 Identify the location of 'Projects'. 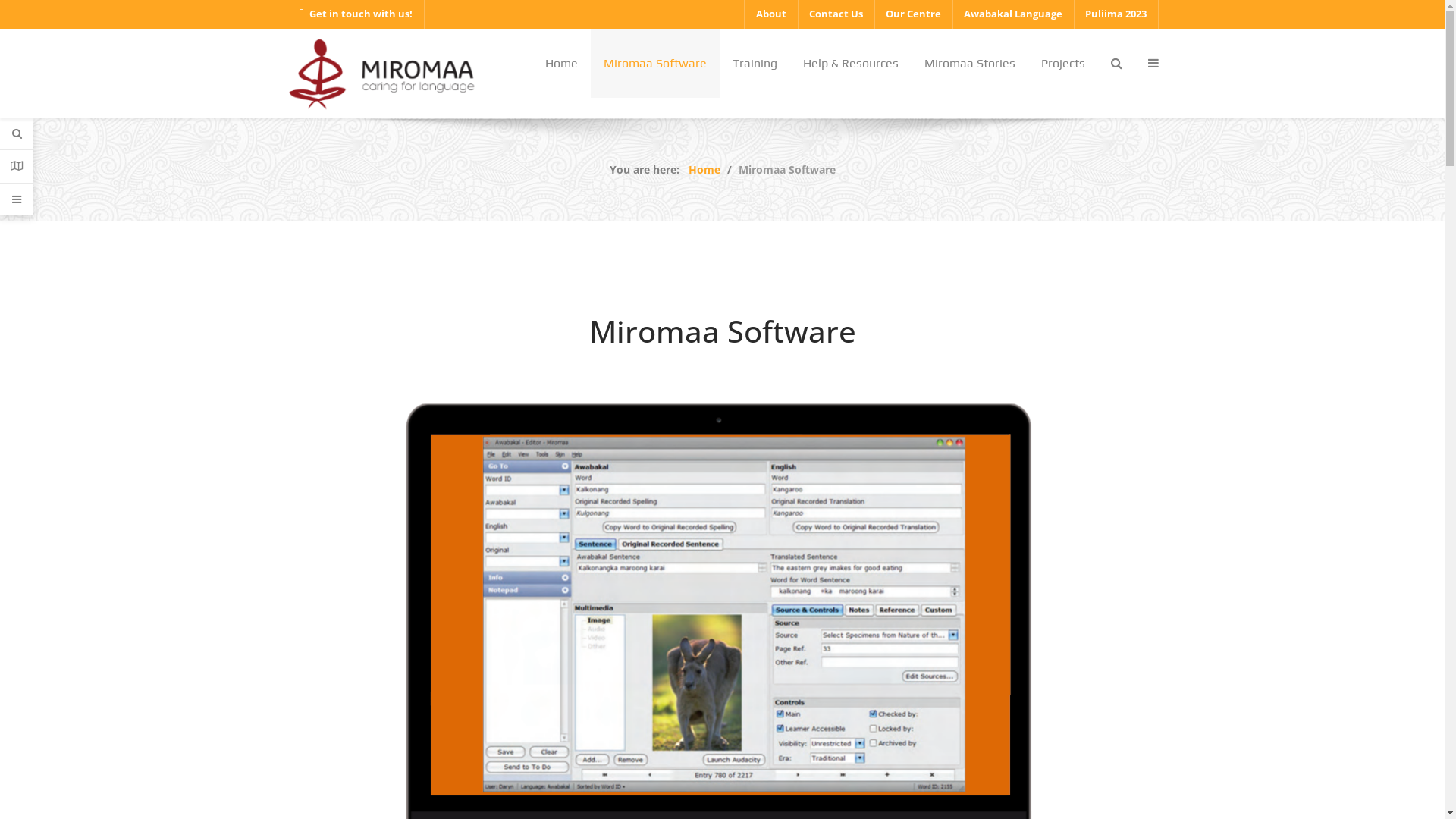
(1062, 62).